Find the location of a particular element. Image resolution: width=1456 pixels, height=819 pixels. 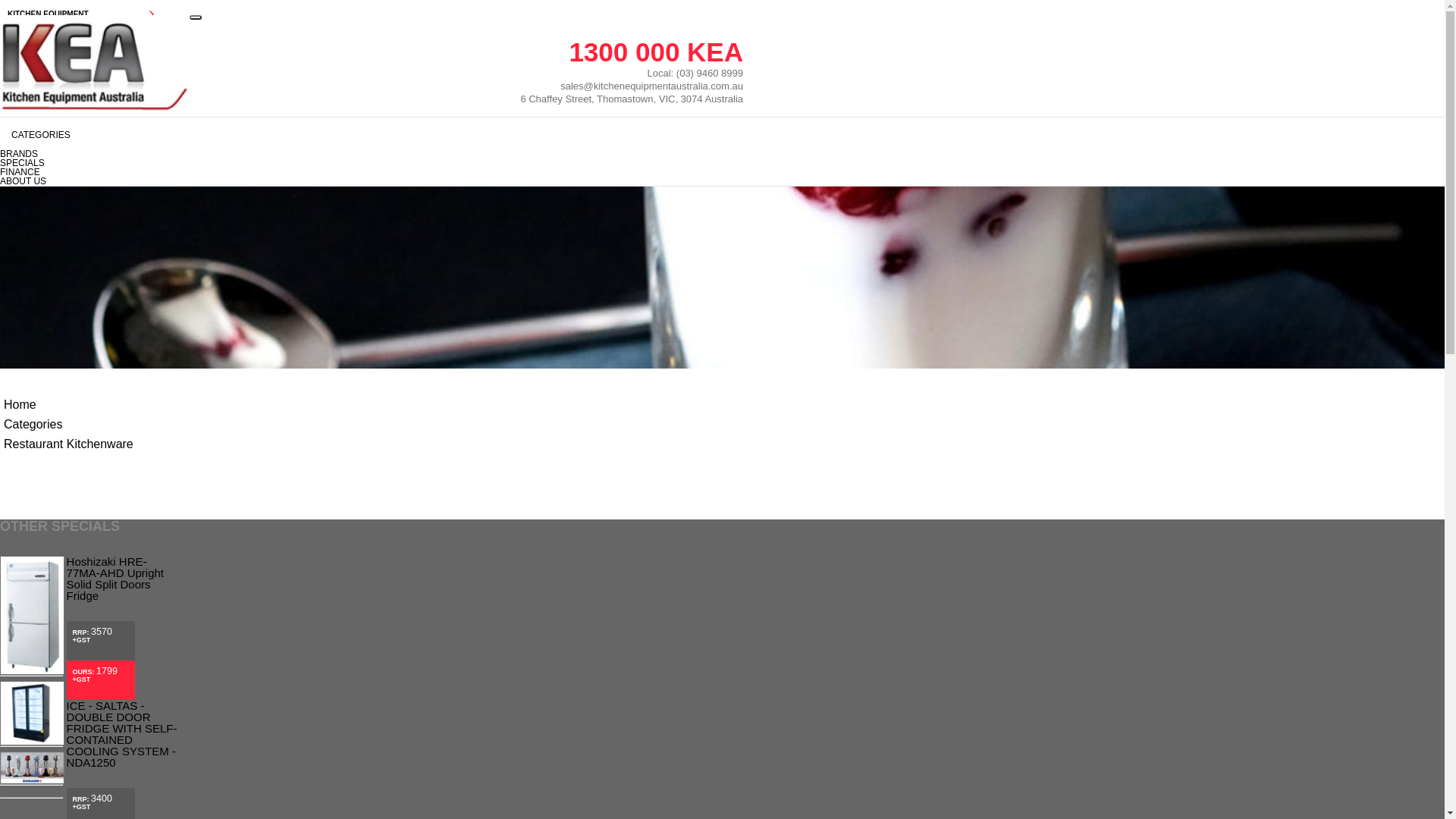

'FOOD SERVICE AND UTILITY TROLLEYS' is located at coordinates (83, 453).